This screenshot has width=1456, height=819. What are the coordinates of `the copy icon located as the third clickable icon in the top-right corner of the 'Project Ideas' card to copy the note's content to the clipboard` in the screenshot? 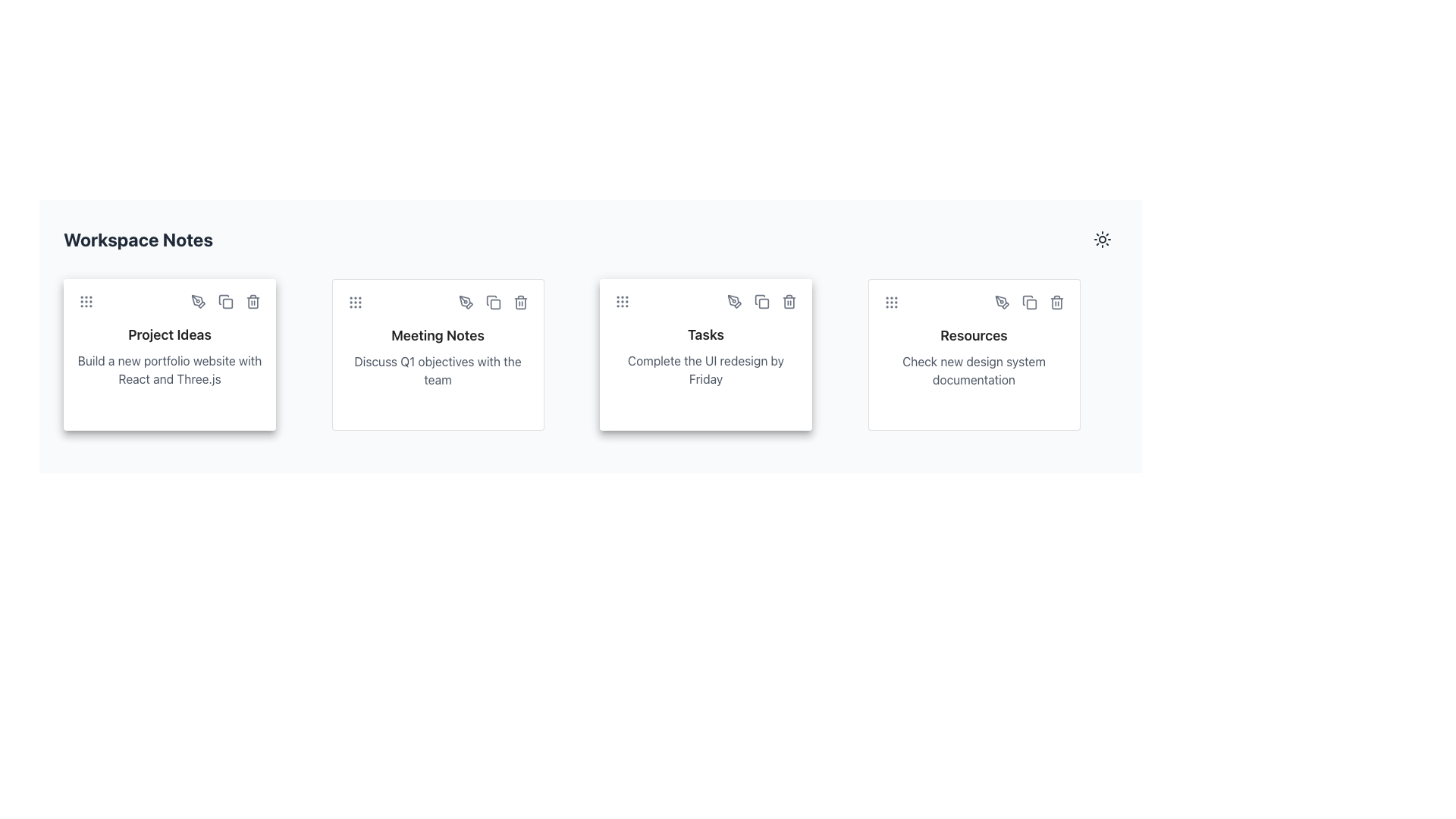 It's located at (224, 301).